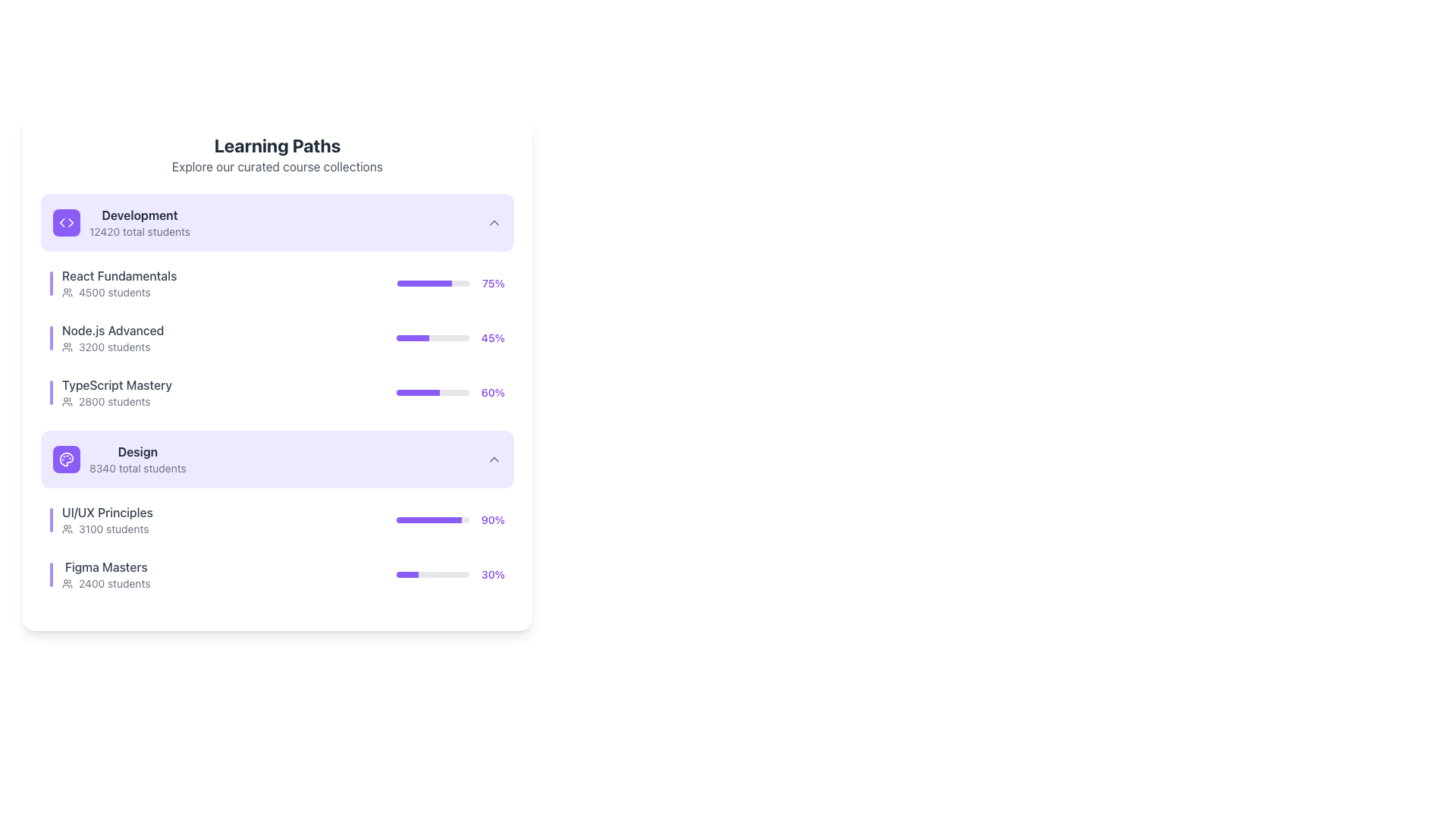  I want to click on the 'Development' labeled information block, so click(121, 222).